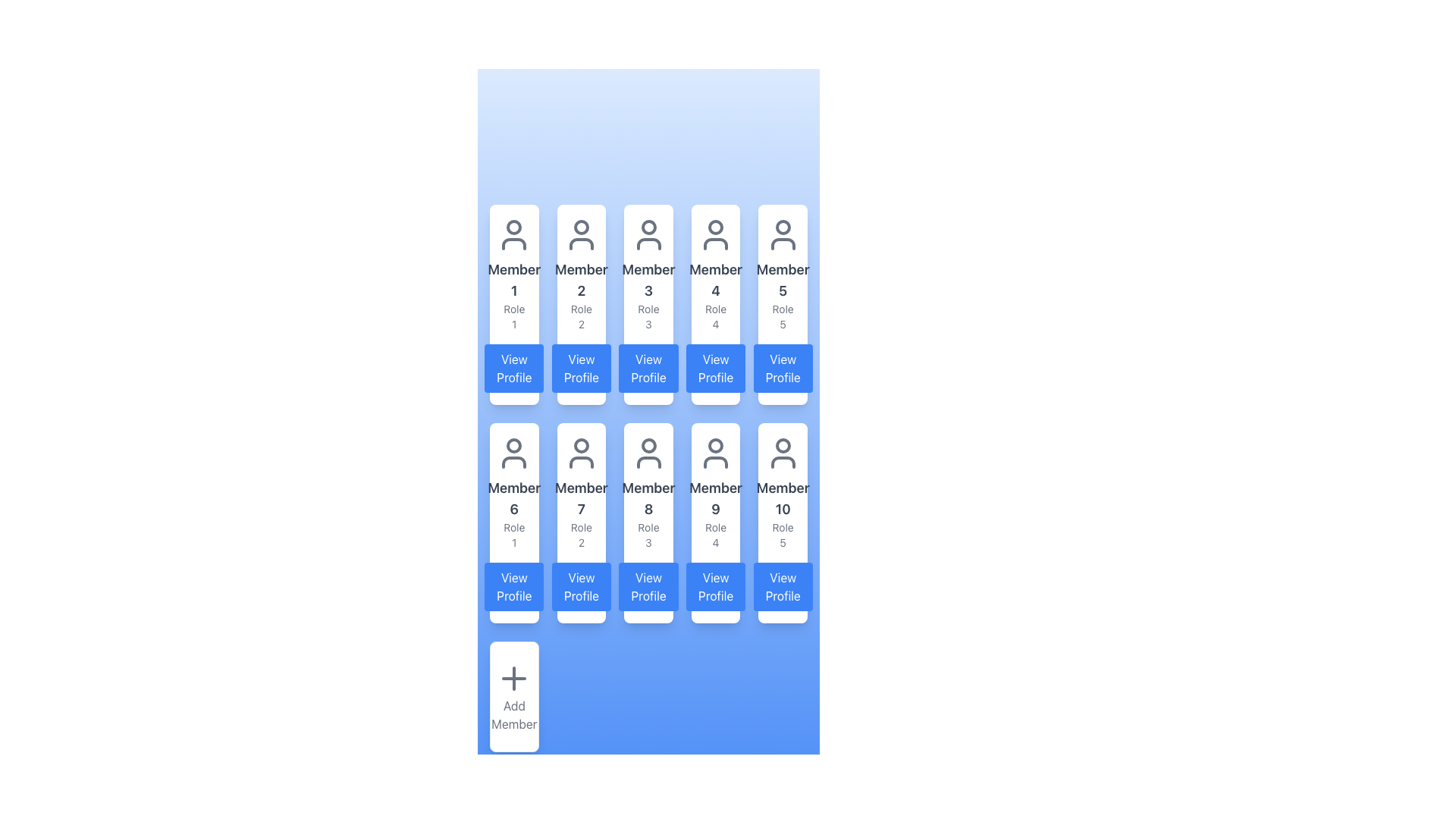  What do you see at coordinates (648, 304) in the screenshot?
I see `the user card for 'Member 3' which contains text, an icon, and a 'View Profile' button, located in the third position of the top row in a grid layout` at bounding box center [648, 304].